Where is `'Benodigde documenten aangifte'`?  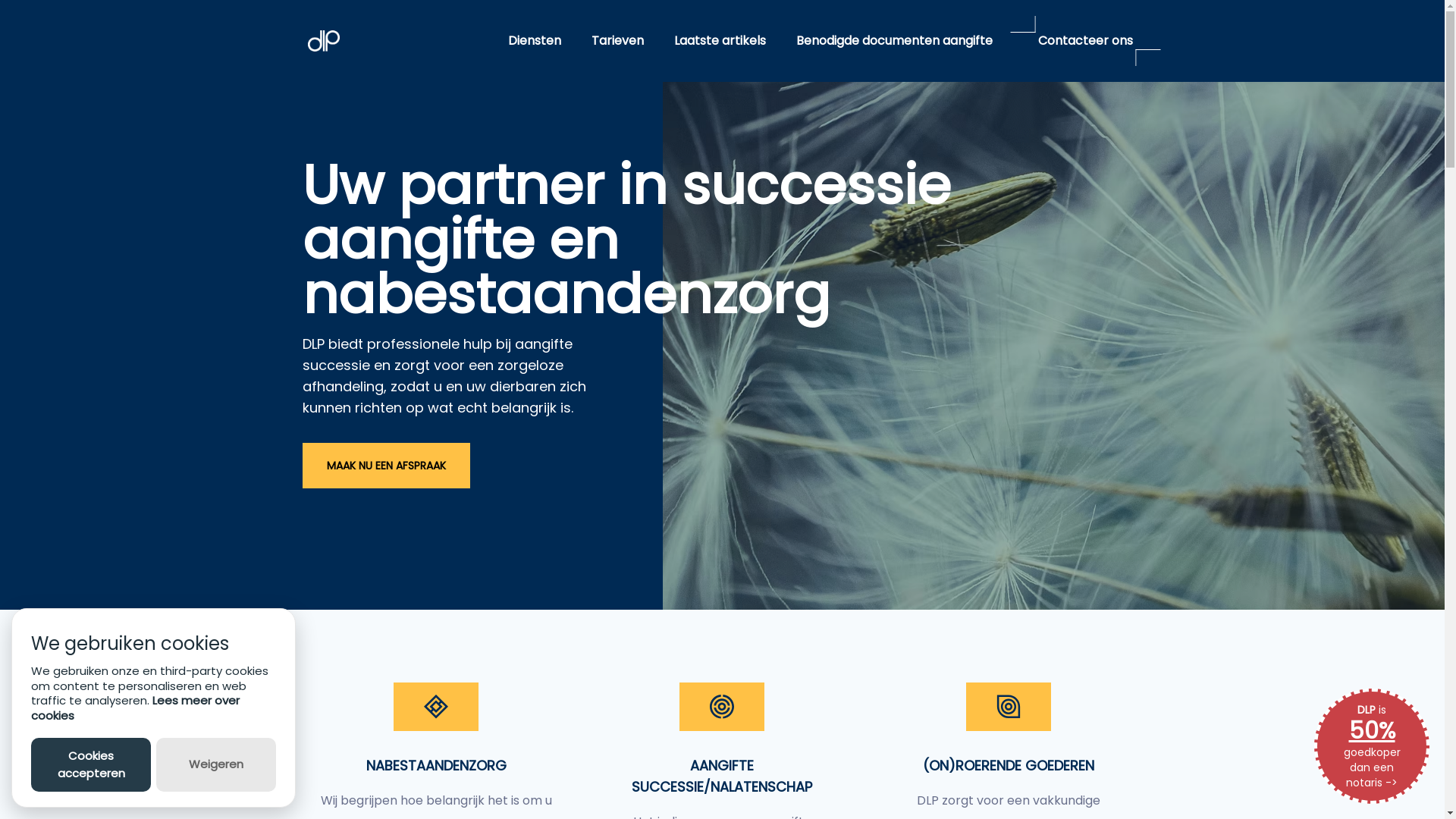
'Benodigde documenten aangifte' is located at coordinates (894, 39).